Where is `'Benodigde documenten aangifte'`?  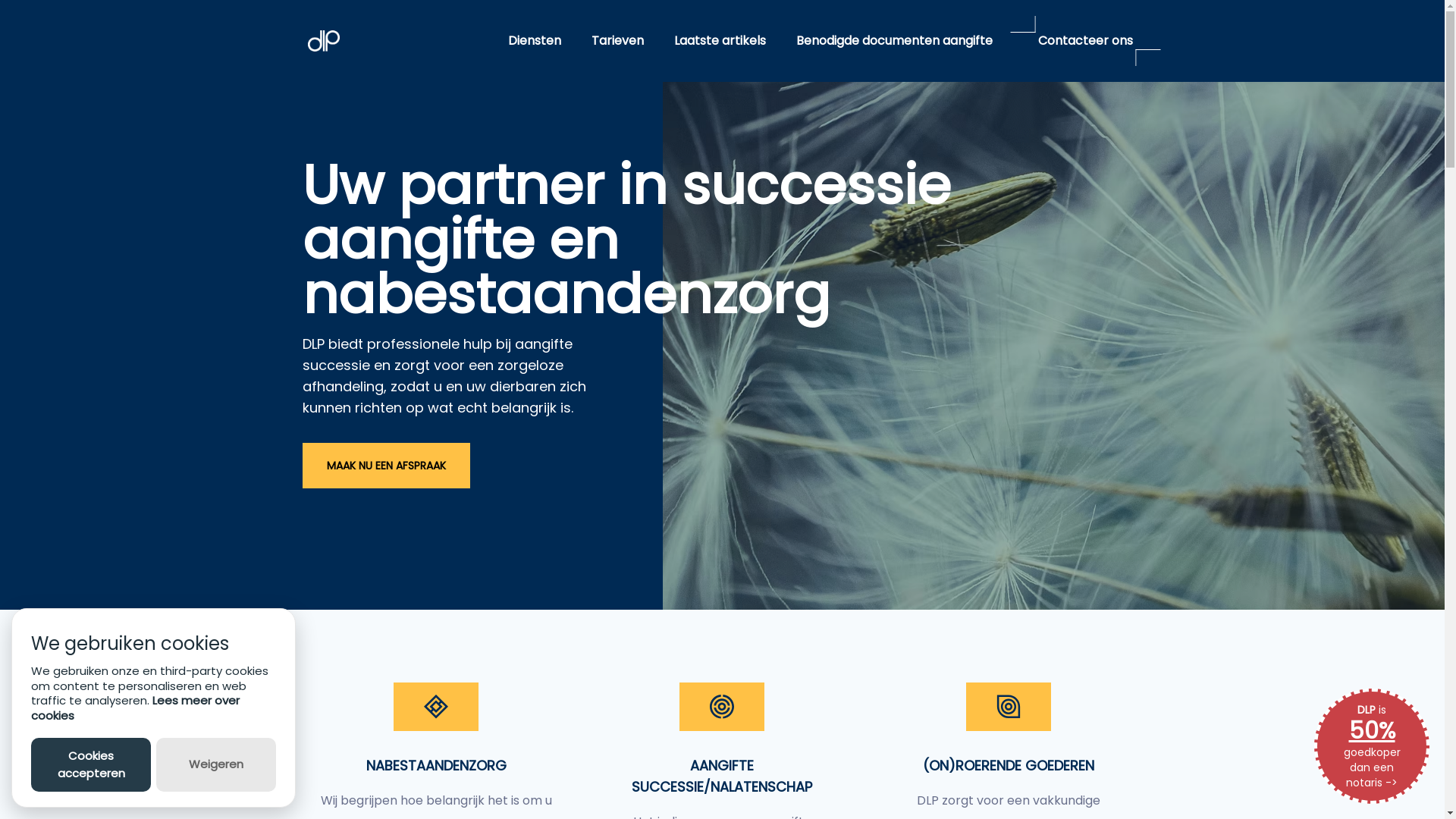
'Benodigde documenten aangifte' is located at coordinates (894, 39).